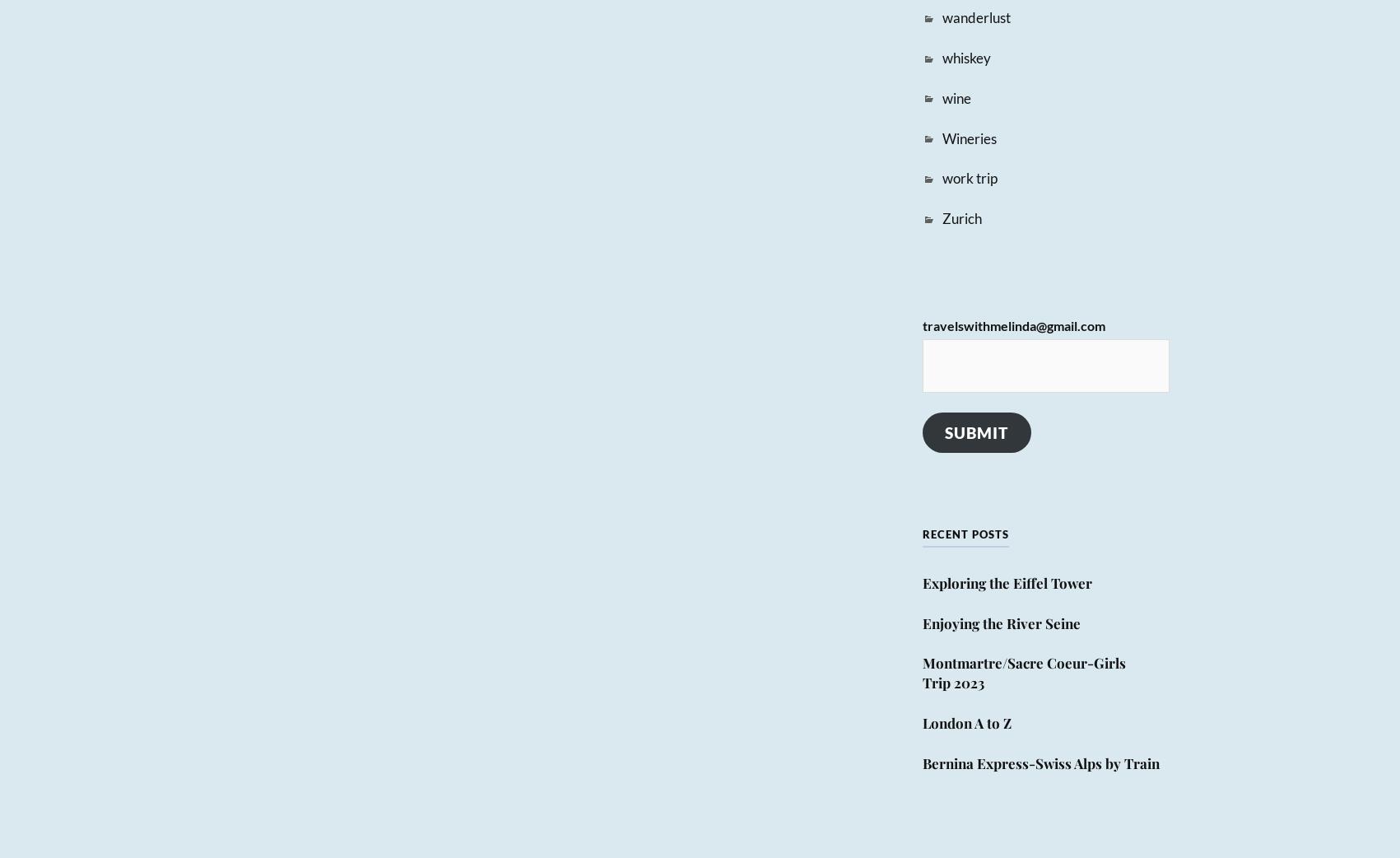  What do you see at coordinates (965, 56) in the screenshot?
I see `'whiskey'` at bounding box center [965, 56].